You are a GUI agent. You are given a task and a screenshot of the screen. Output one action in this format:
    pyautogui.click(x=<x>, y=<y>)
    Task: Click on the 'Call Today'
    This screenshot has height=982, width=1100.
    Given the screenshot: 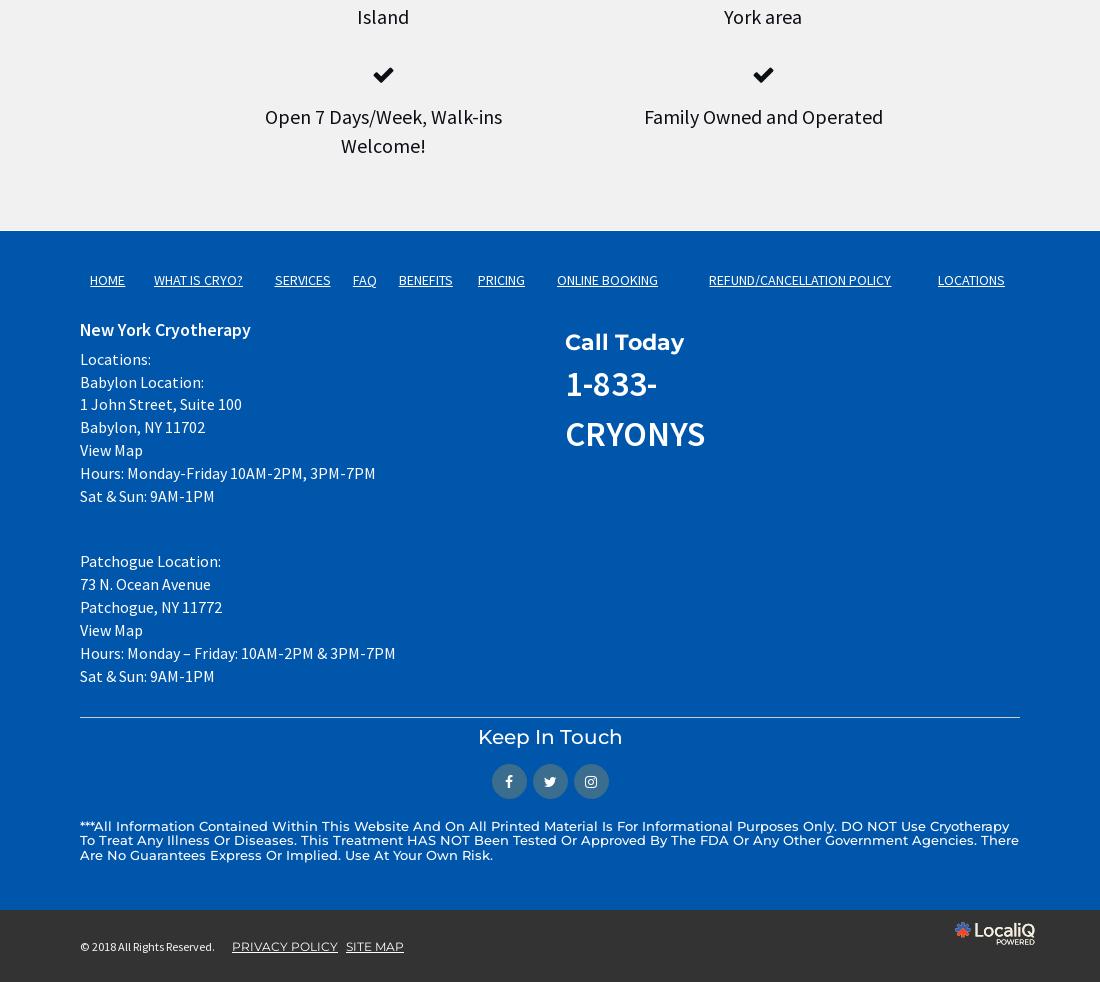 What is the action you would take?
    pyautogui.click(x=624, y=342)
    